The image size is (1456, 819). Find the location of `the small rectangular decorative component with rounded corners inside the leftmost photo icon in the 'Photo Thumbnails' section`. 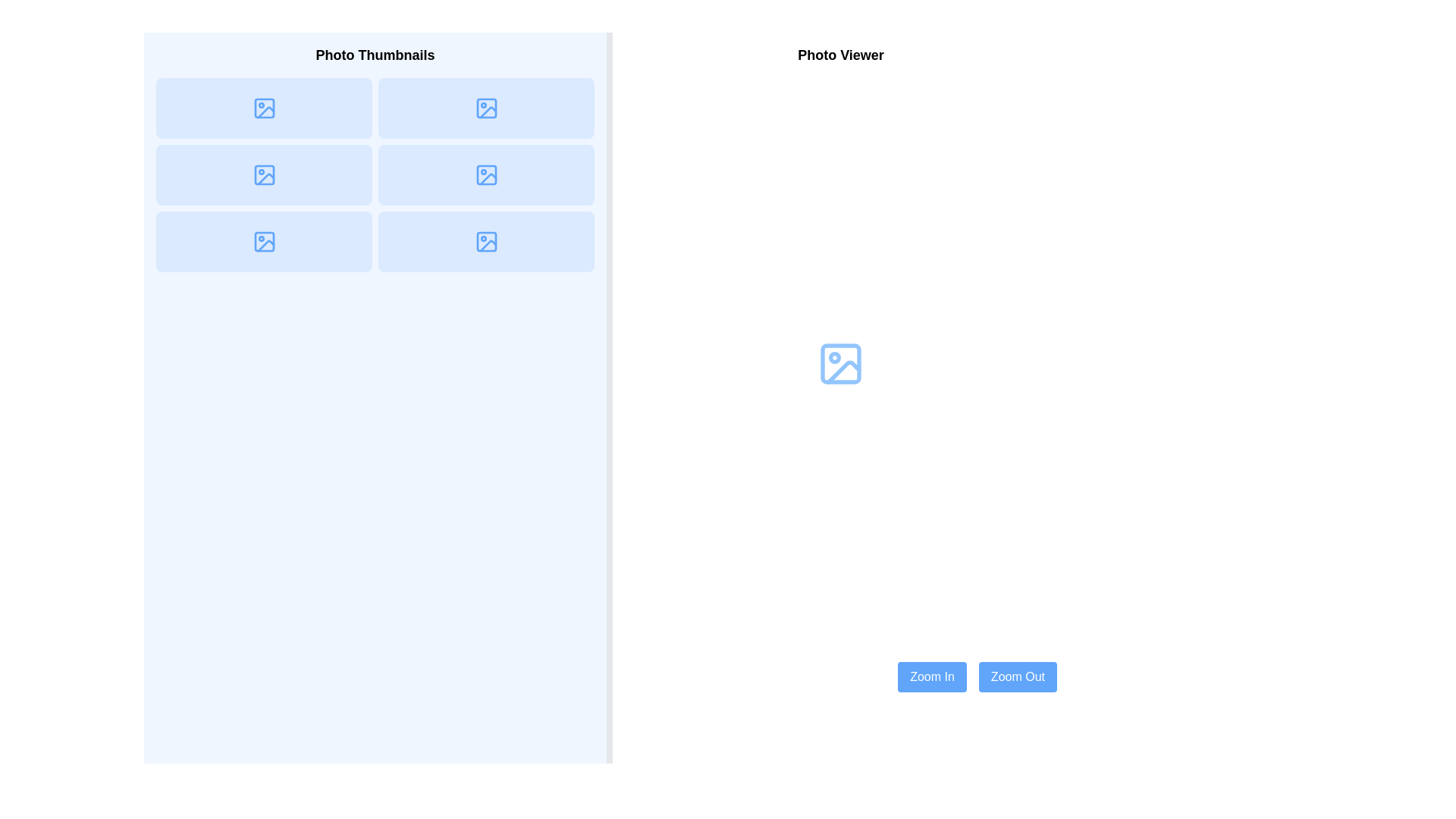

the small rectangular decorative component with rounded corners inside the leftmost photo icon in the 'Photo Thumbnails' section is located at coordinates (264, 107).